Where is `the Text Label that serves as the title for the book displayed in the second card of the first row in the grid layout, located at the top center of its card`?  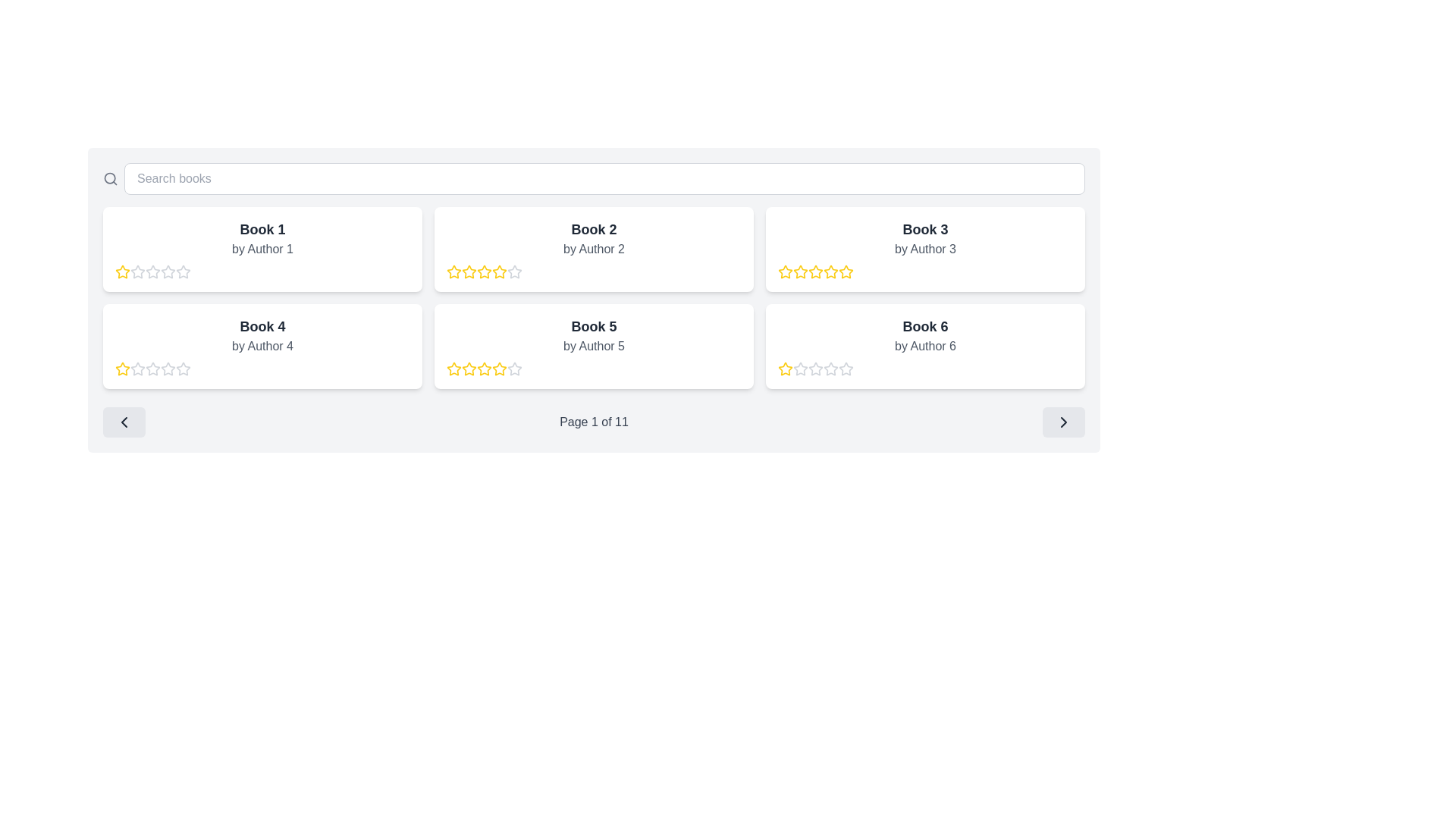
the Text Label that serves as the title for the book displayed in the second card of the first row in the grid layout, located at the top center of its card is located at coordinates (593, 230).